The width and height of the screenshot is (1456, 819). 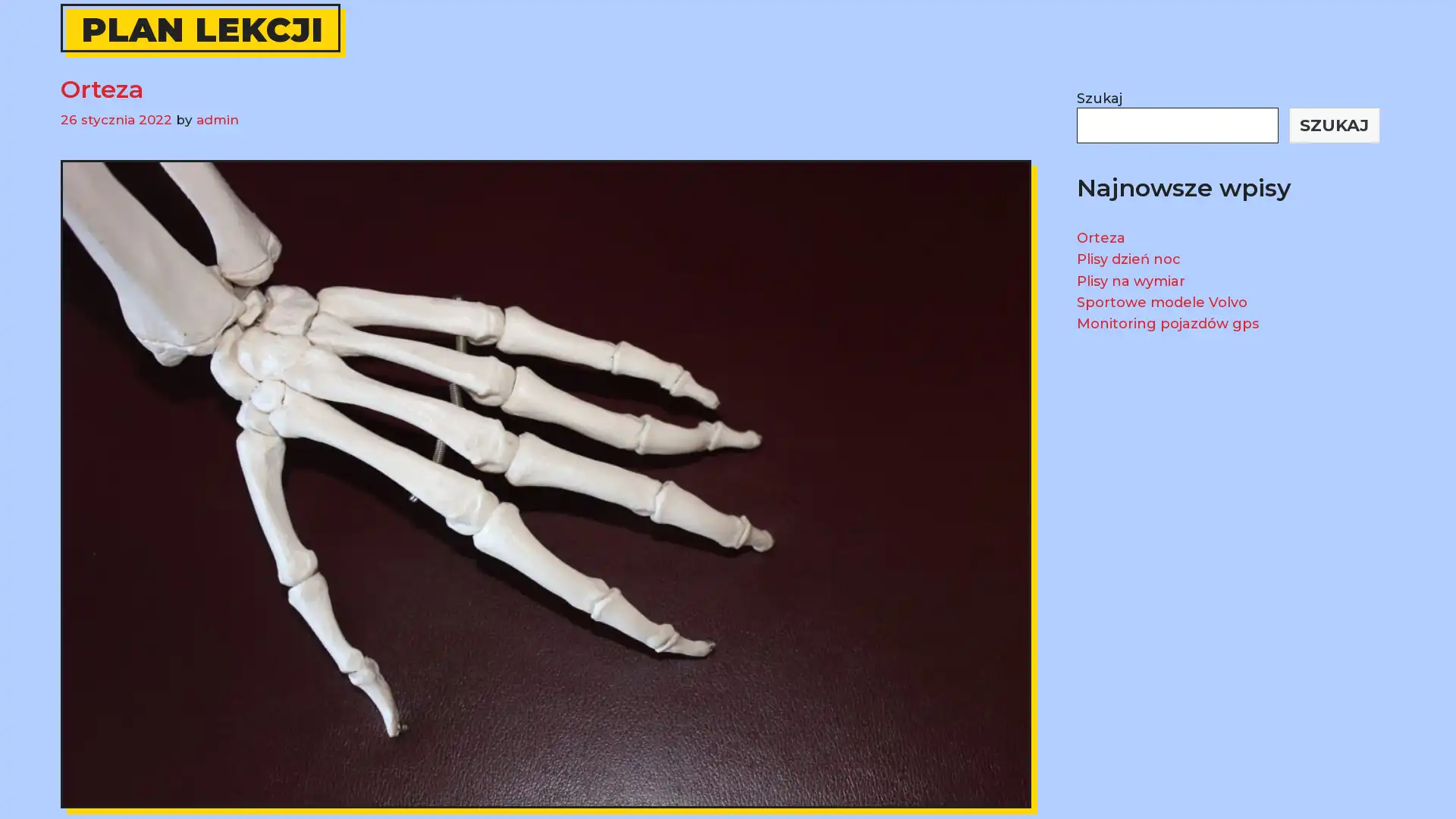 I want to click on SZUKAJ, so click(x=1333, y=124).